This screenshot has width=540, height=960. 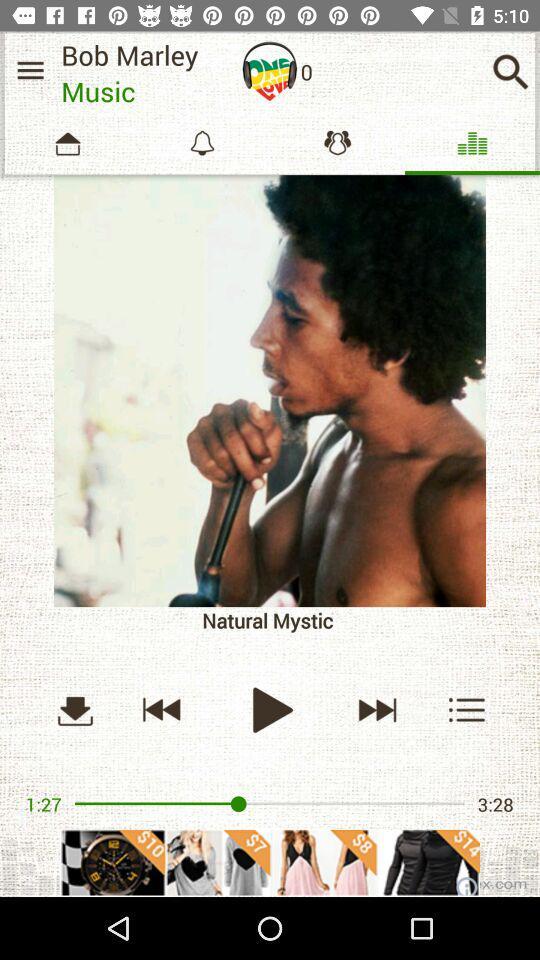 I want to click on advertisement, so click(x=270, y=861).